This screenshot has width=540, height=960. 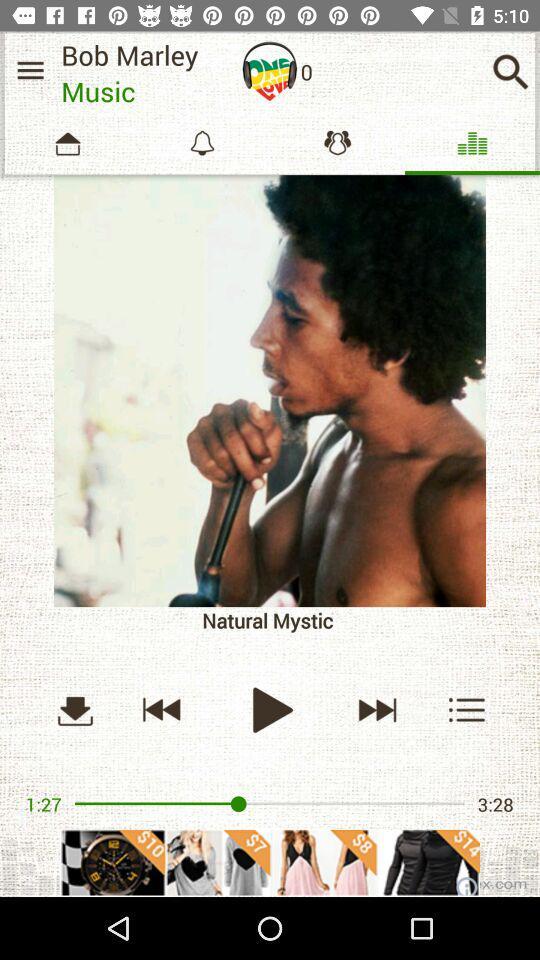 I want to click on advertisement, so click(x=270, y=861).